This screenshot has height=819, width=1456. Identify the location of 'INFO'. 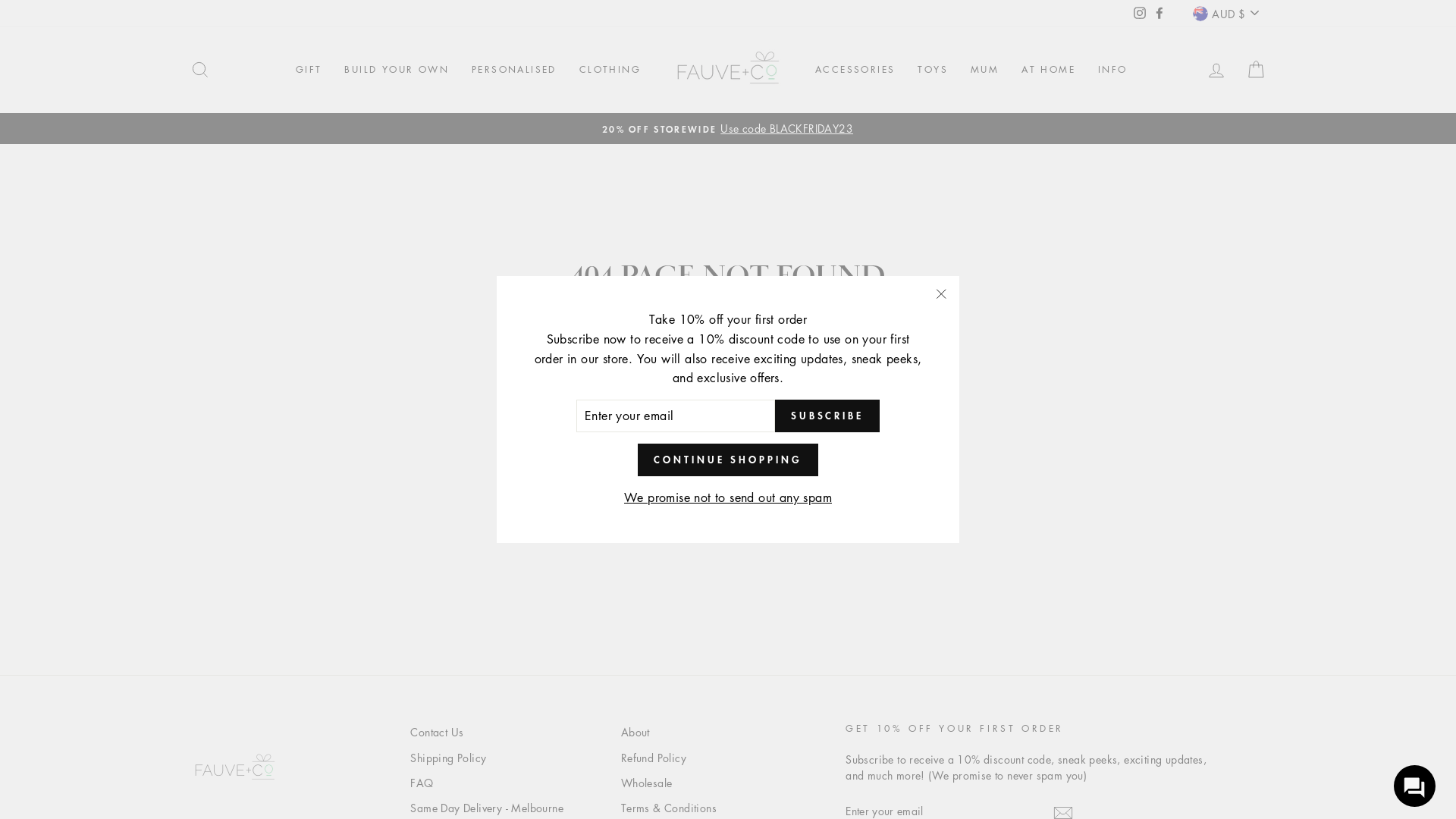
(1112, 70).